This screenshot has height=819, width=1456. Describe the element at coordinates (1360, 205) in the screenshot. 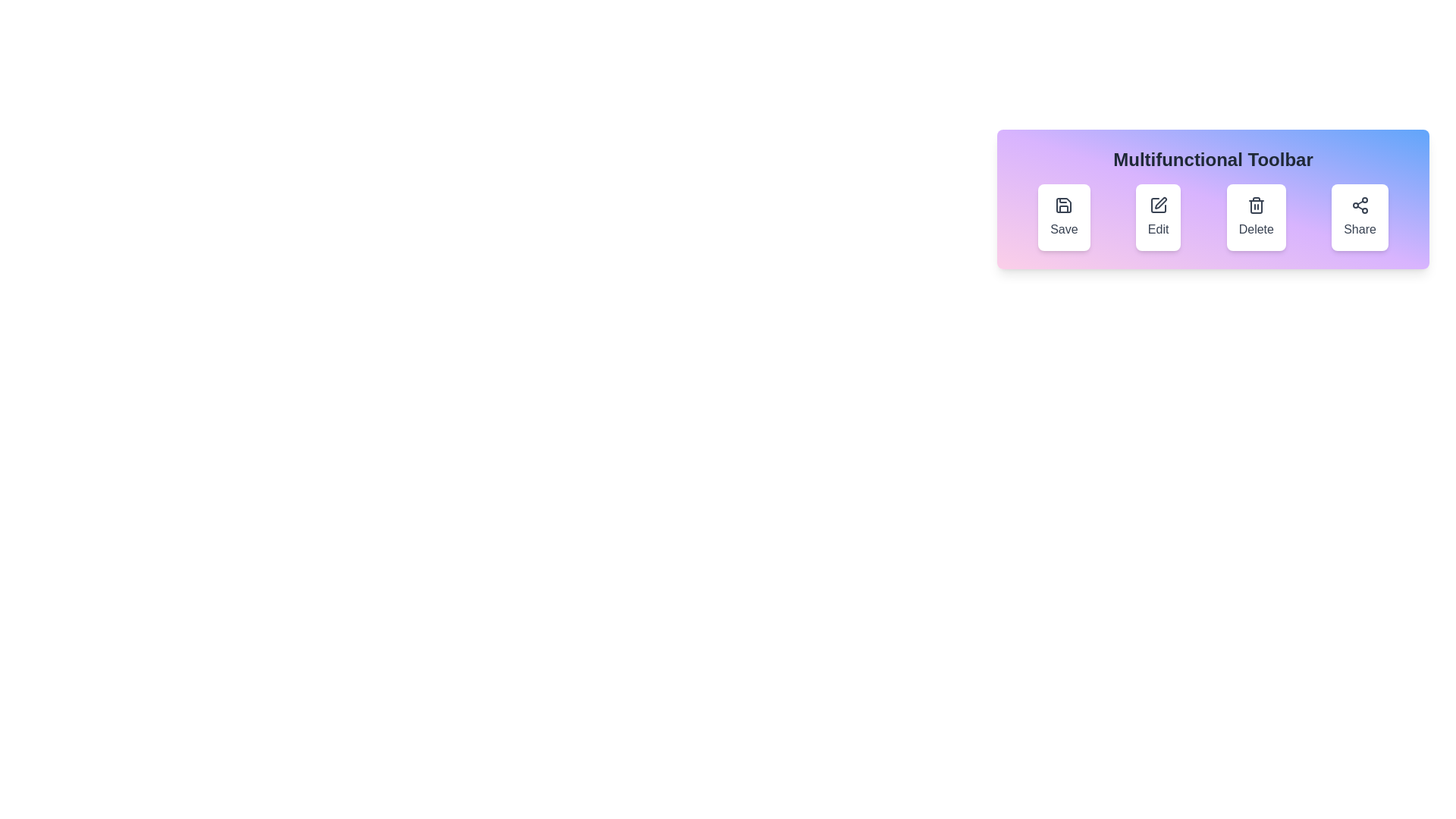

I see `the sharing icon located within the fourth button labeled 'Share' in the Multifunctional Toolbar` at that location.